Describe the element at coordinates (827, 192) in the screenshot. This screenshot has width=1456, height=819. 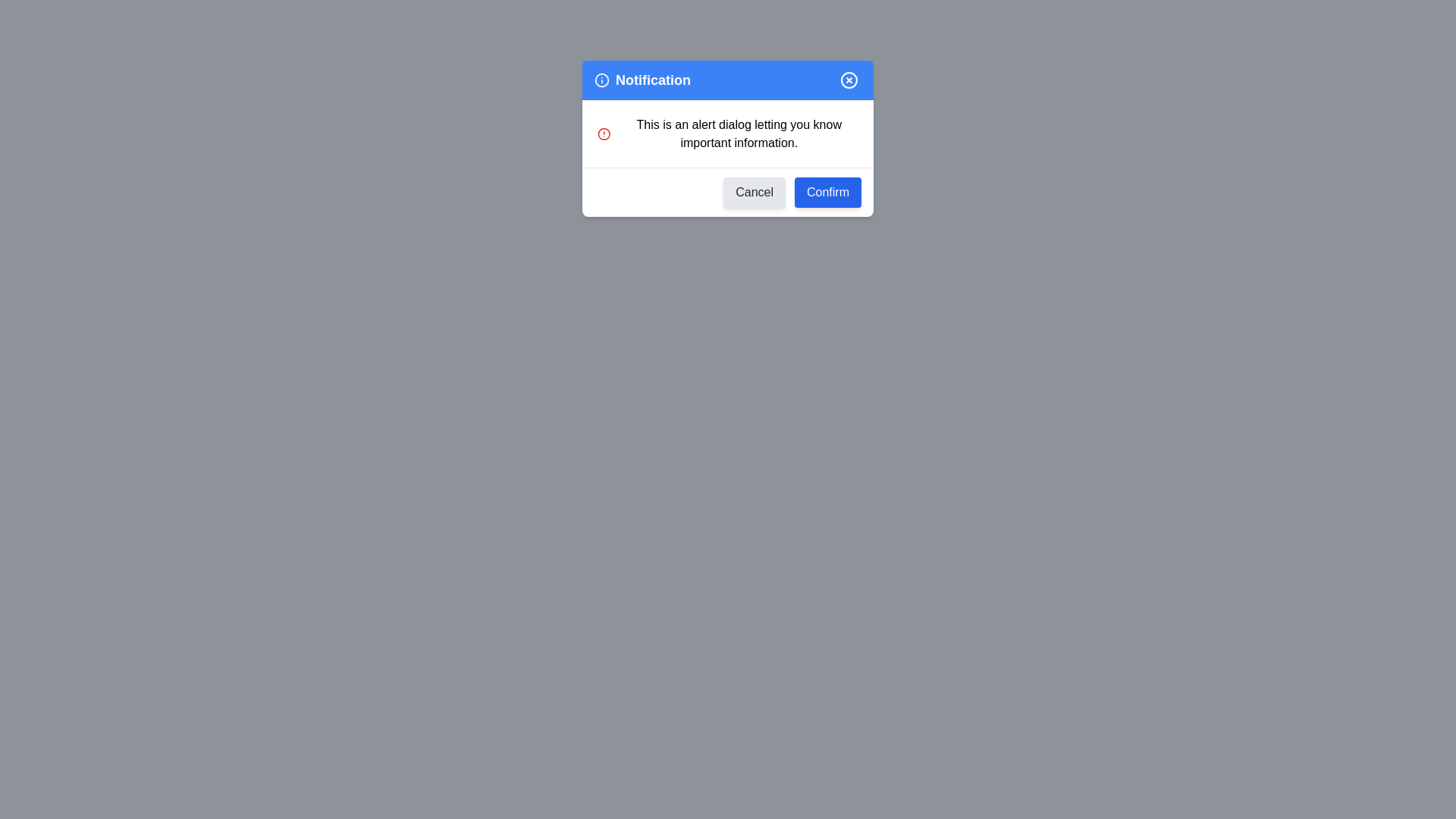
I see `the blue 'Confirm' button with white text` at that location.